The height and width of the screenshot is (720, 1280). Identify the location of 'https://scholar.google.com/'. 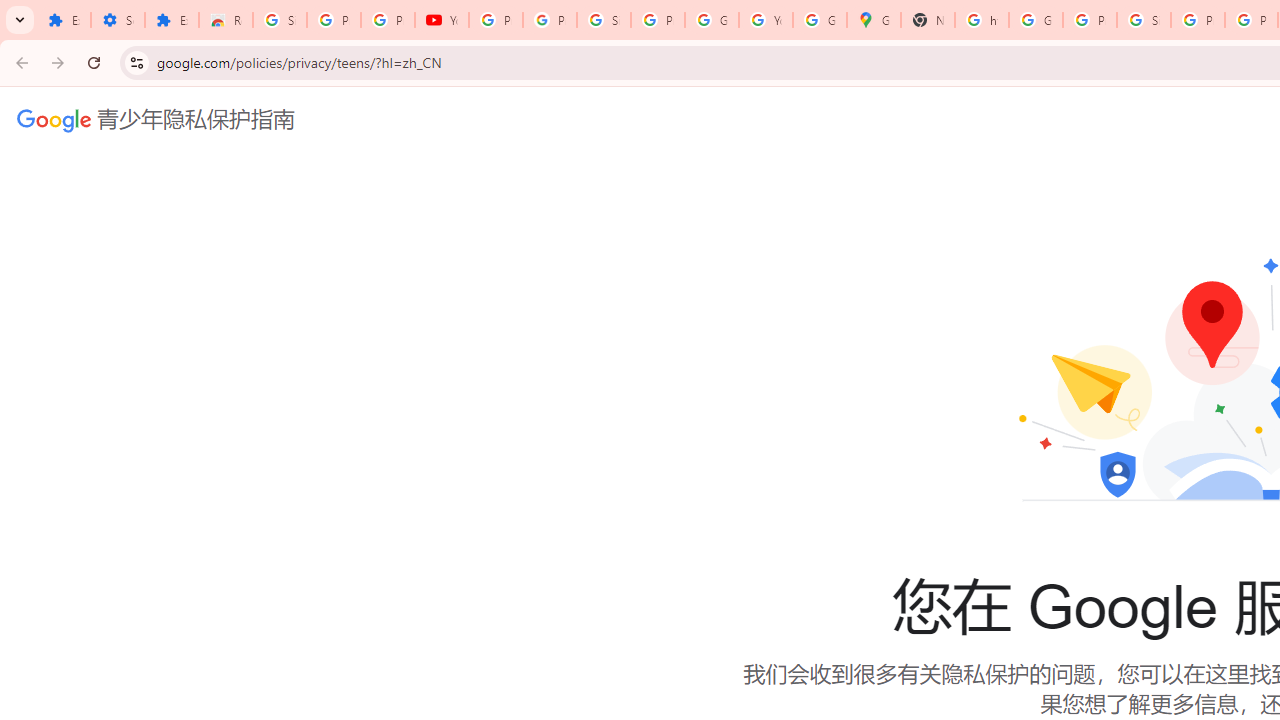
(981, 20).